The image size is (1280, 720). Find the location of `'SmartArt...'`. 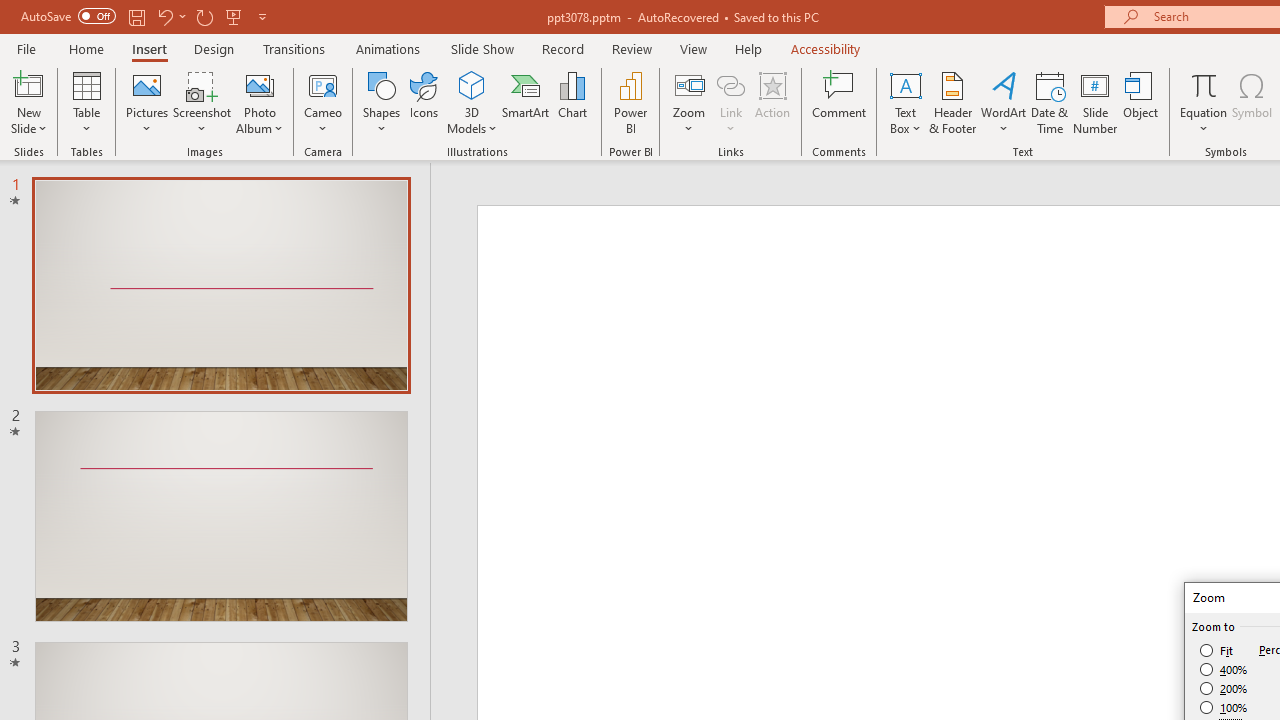

'SmartArt...' is located at coordinates (526, 103).